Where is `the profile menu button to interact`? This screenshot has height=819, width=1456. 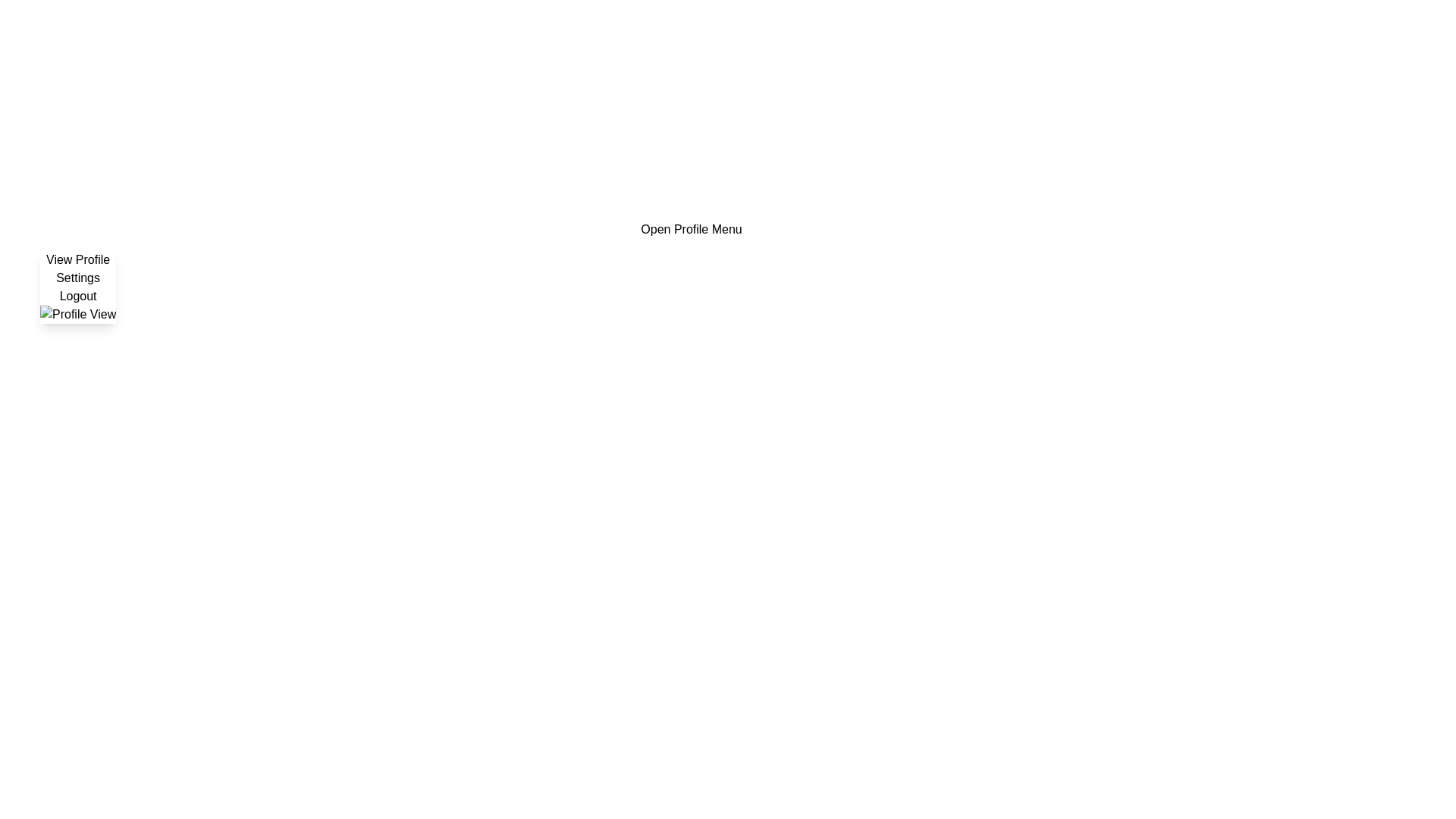 the profile menu button to interact is located at coordinates (691, 230).